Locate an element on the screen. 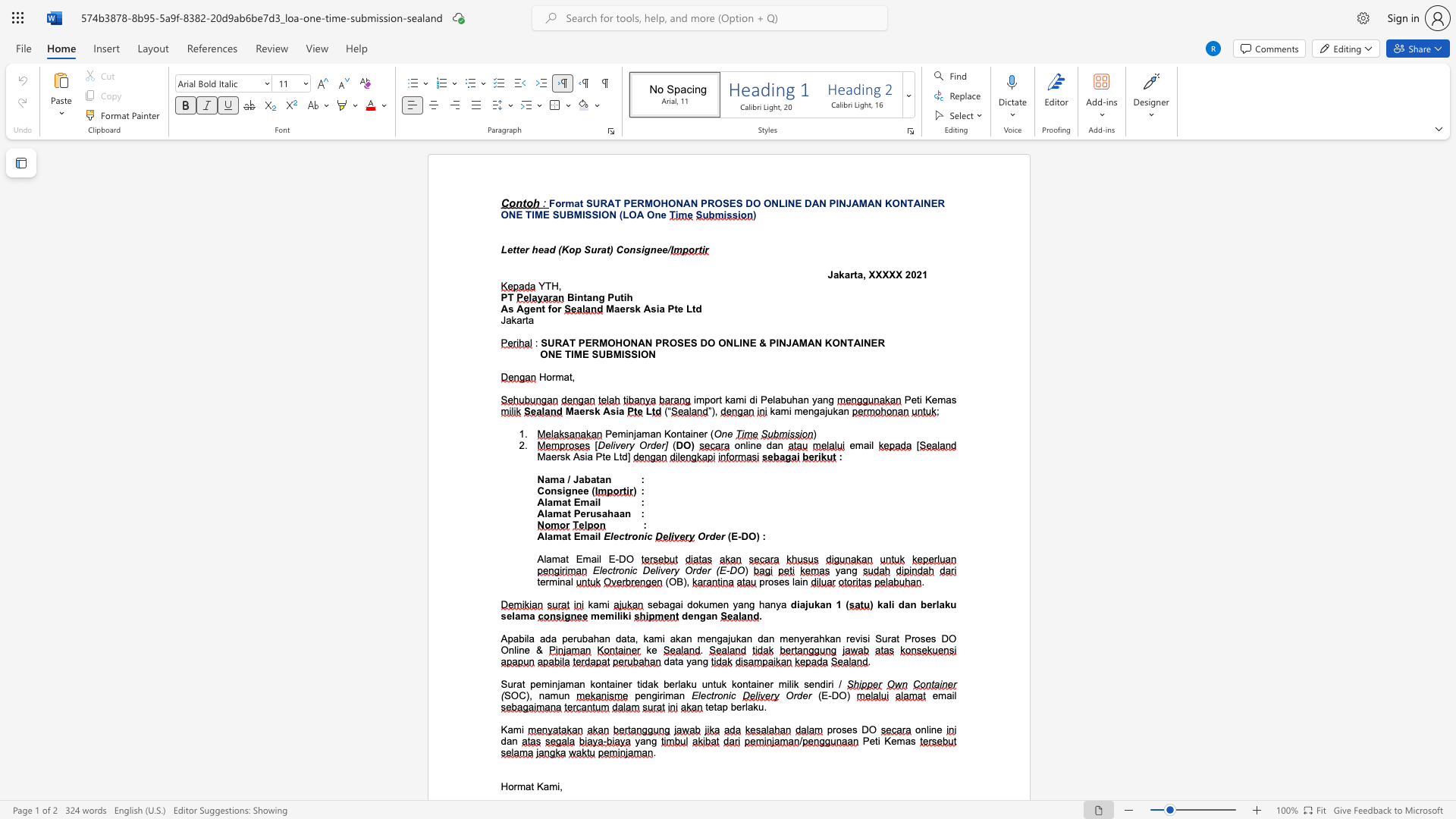  the subset text "ngaj" within the text "mengajukan" is located at coordinates (807, 411).